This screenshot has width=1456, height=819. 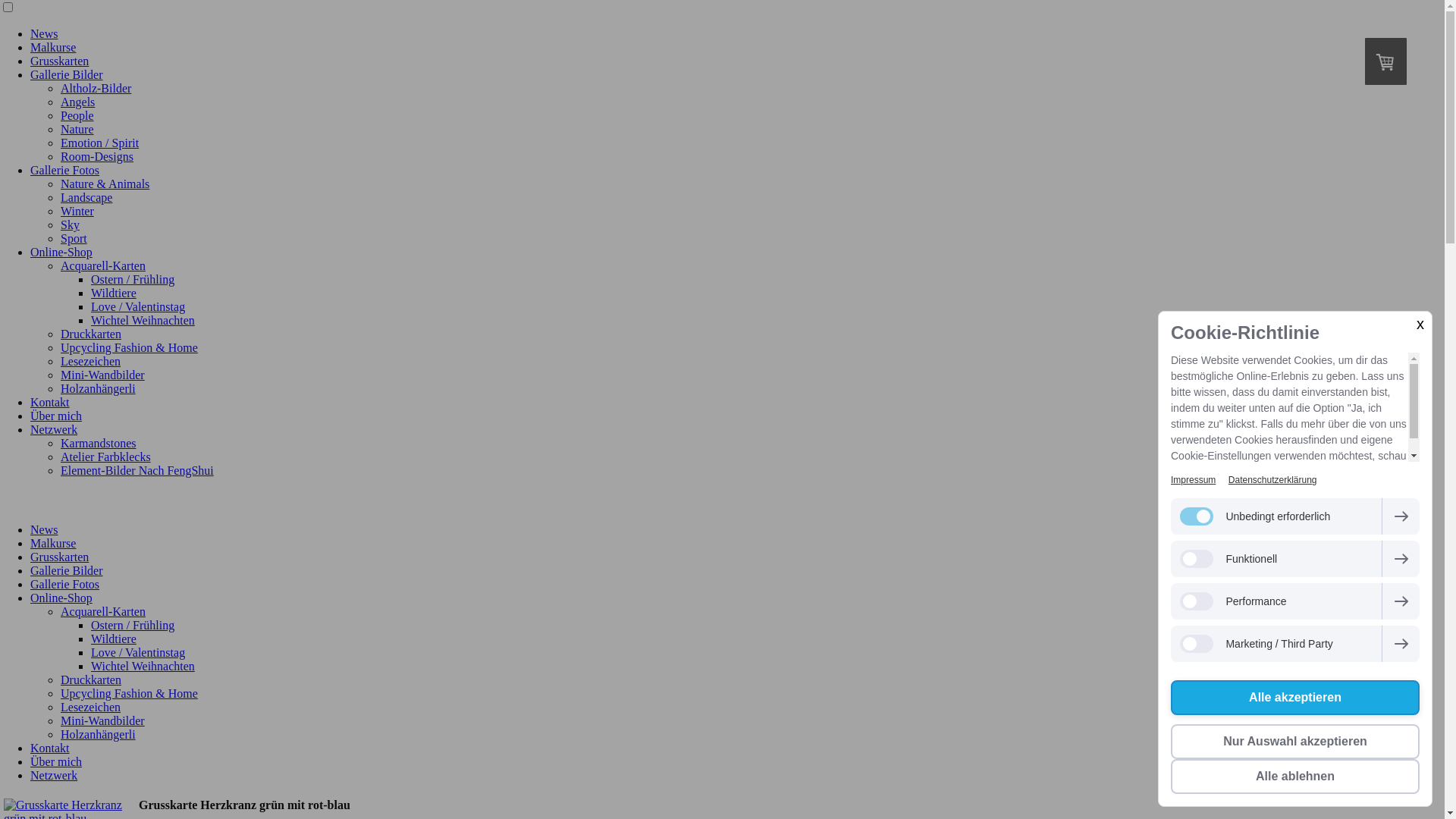 What do you see at coordinates (95, 88) in the screenshot?
I see `'Altholz-Bilder'` at bounding box center [95, 88].